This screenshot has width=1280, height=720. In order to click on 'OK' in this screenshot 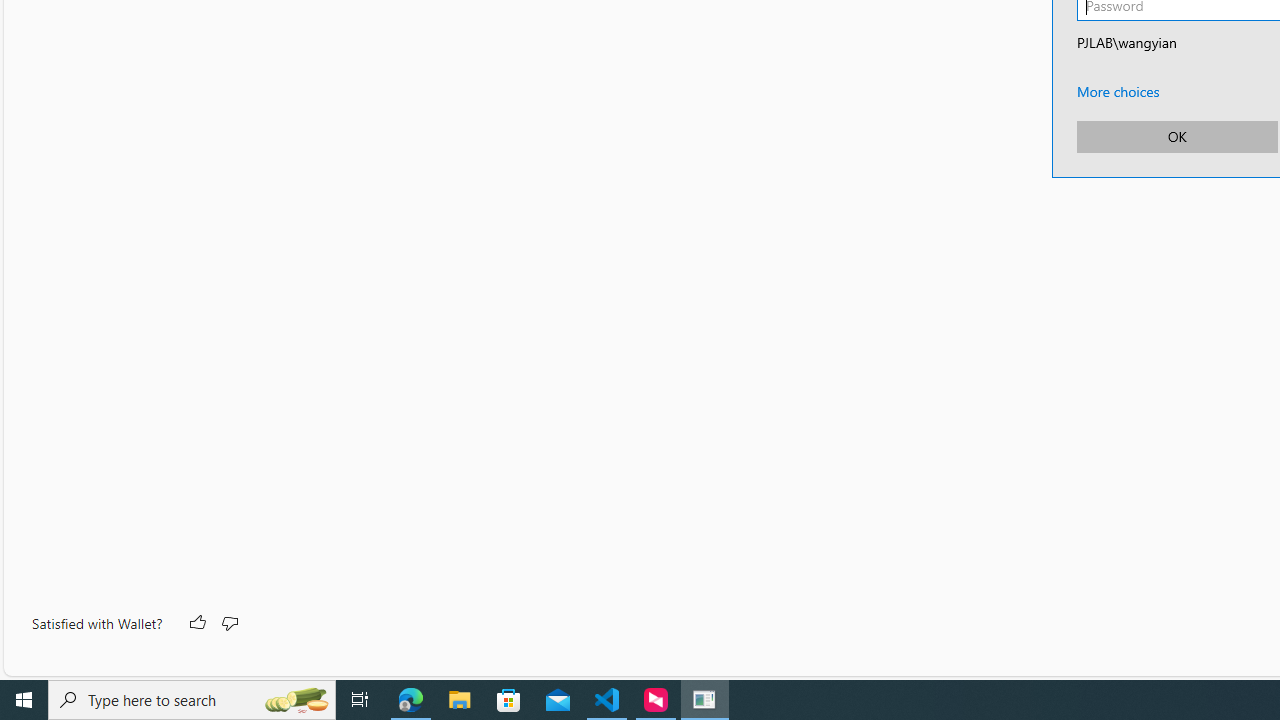, I will do `click(1176, 135)`.